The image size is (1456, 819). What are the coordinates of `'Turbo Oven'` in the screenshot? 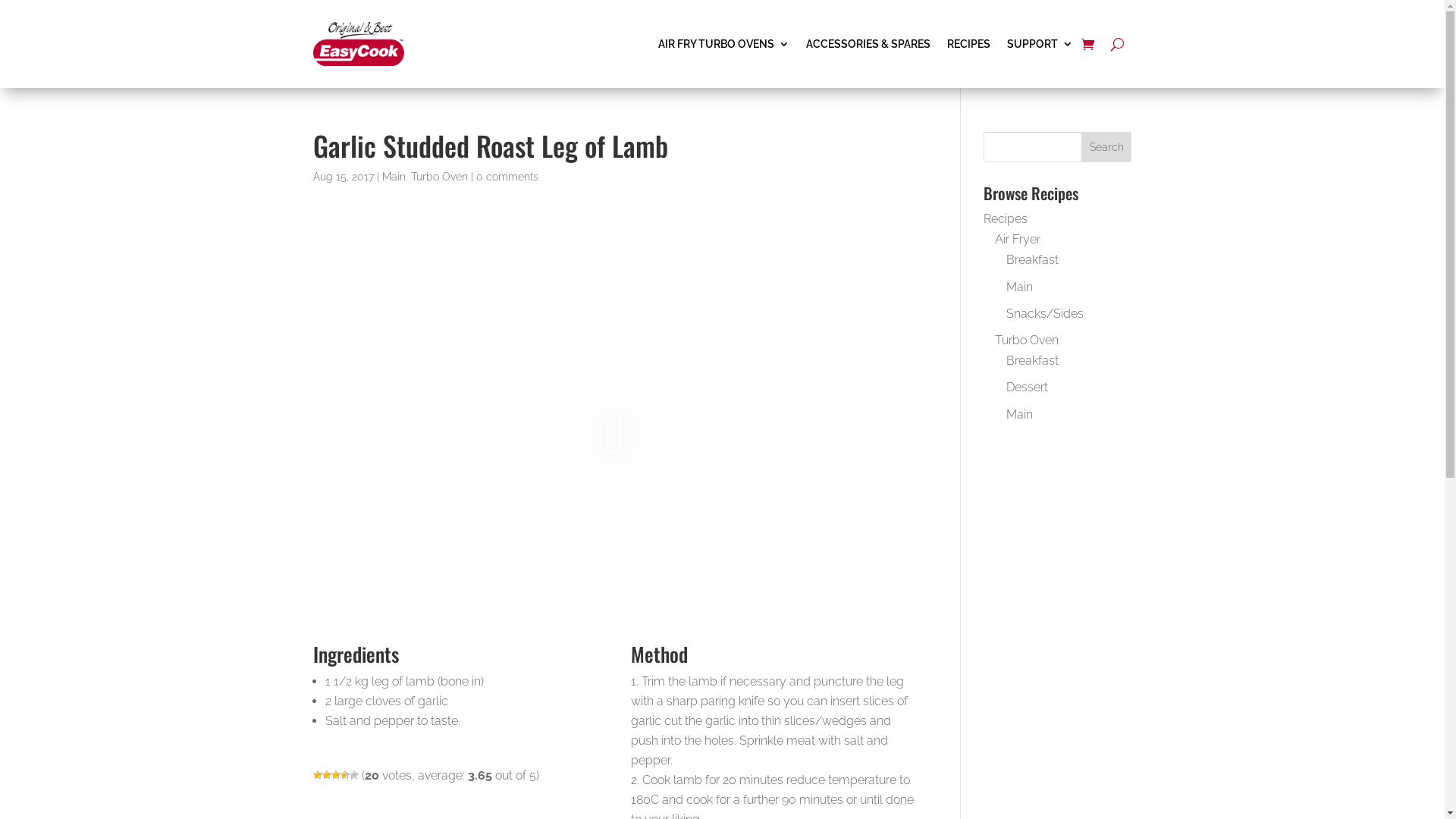 It's located at (1026, 339).